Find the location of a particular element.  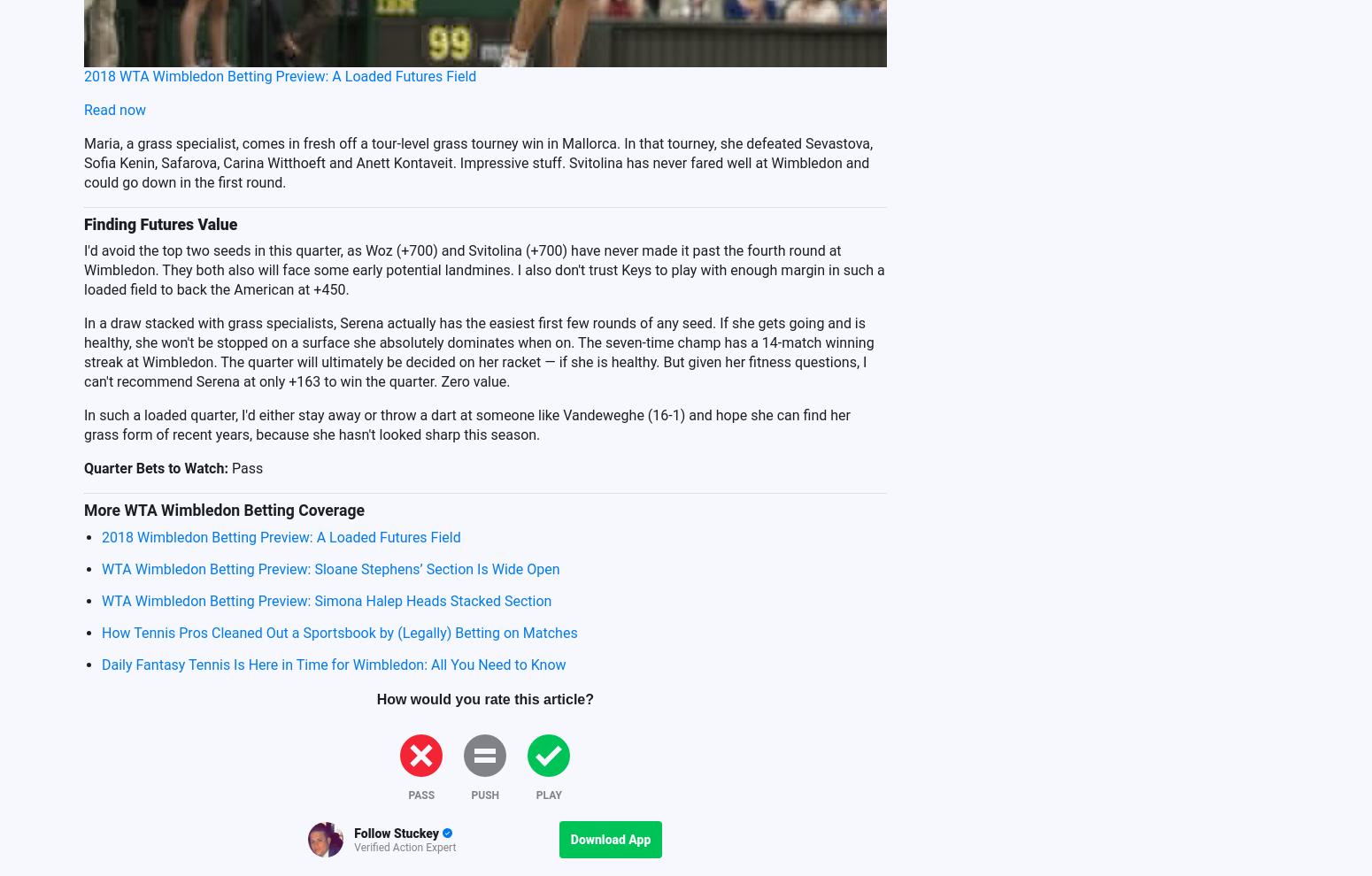

'2018 Wimbledon Betting Preview: A Loaded Futures Field' is located at coordinates (102, 535).